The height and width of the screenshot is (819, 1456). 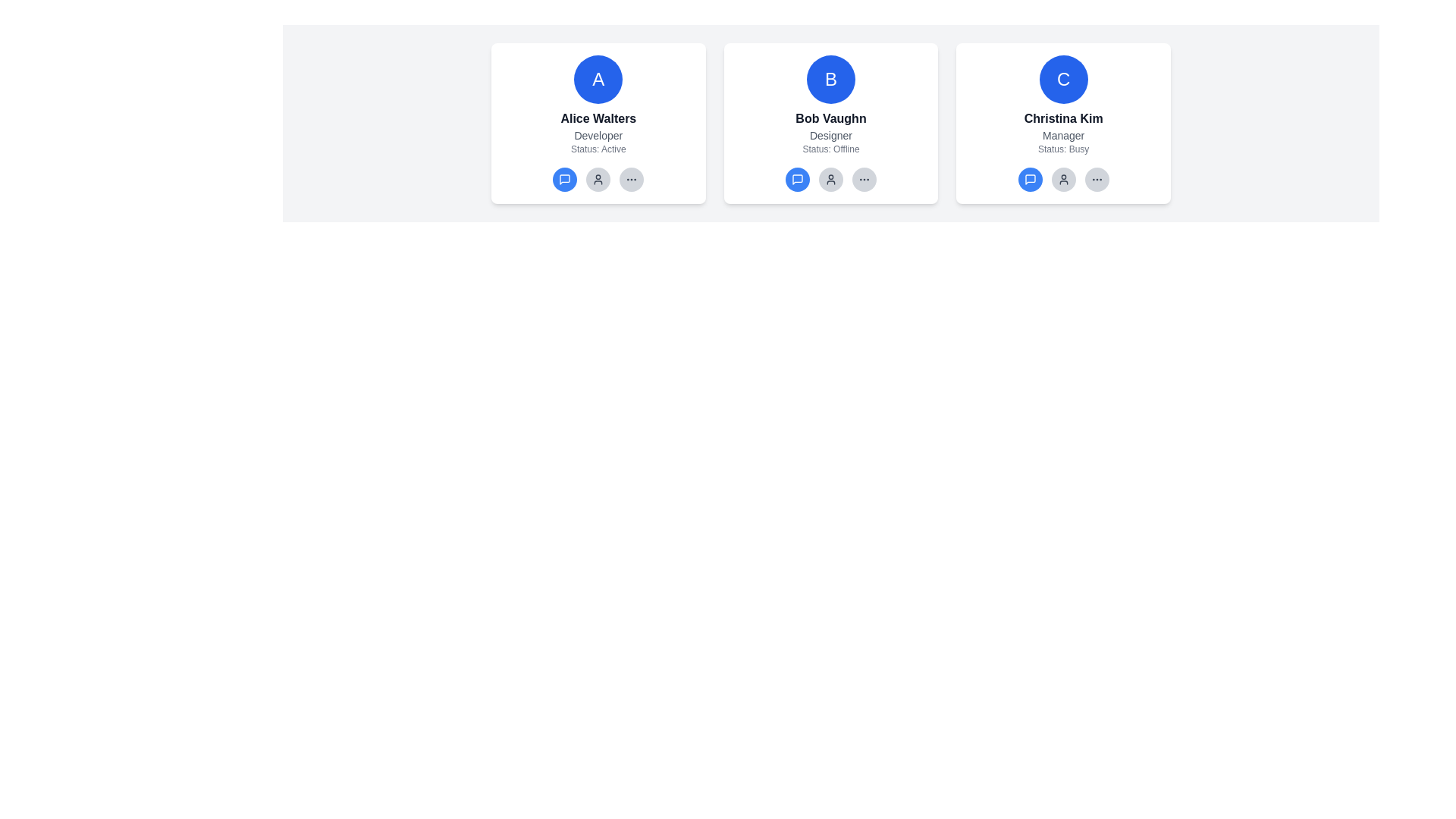 What do you see at coordinates (1062, 149) in the screenshot?
I see `the text label element that displays 'Status: Busy' in gray color, located below 'Manager' in the user information card for 'Christina Kim.'` at bounding box center [1062, 149].